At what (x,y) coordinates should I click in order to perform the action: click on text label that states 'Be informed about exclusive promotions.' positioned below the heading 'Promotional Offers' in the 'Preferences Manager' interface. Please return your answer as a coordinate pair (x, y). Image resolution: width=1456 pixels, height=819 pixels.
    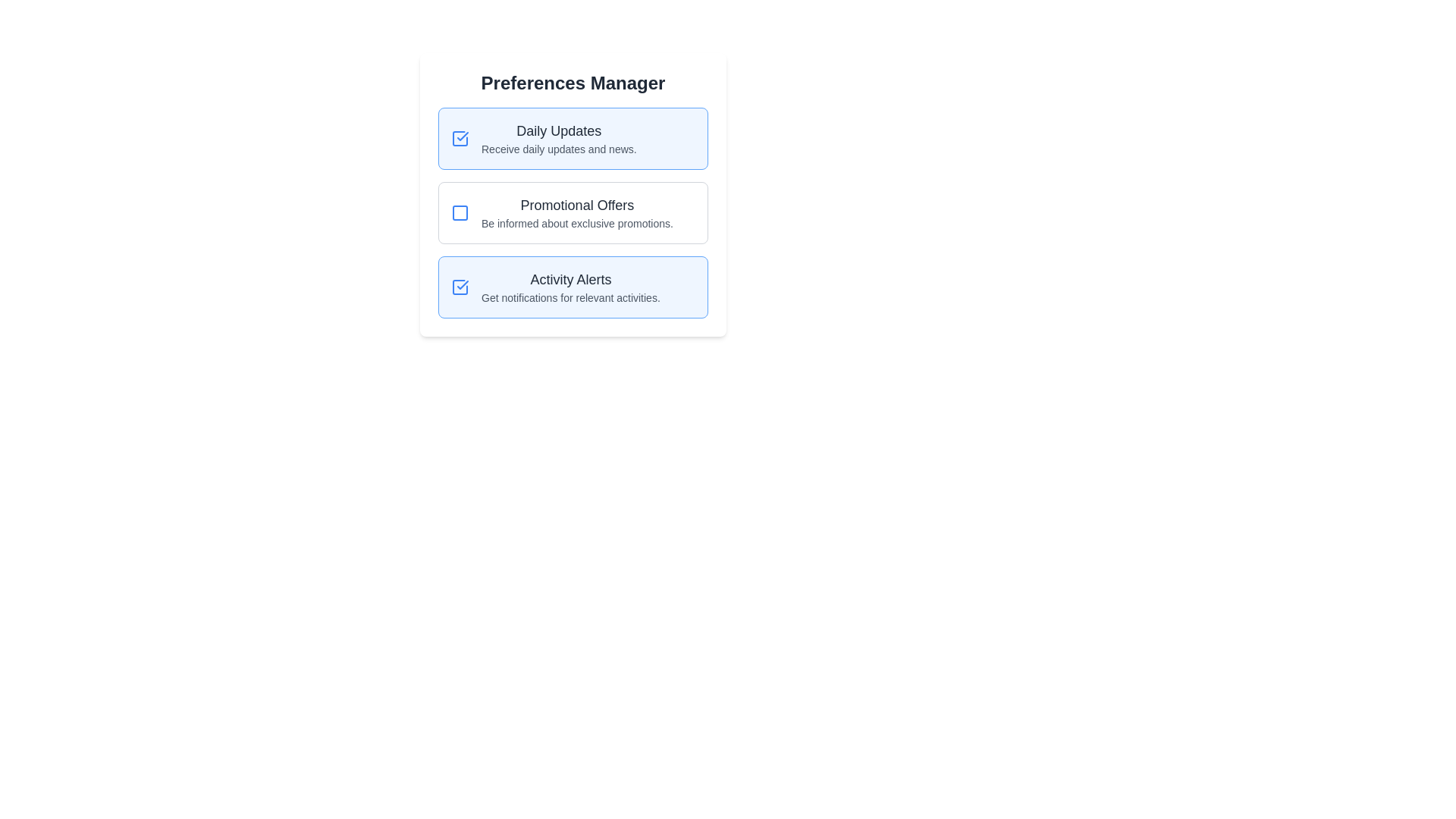
    Looking at the image, I should click on (576, 223).